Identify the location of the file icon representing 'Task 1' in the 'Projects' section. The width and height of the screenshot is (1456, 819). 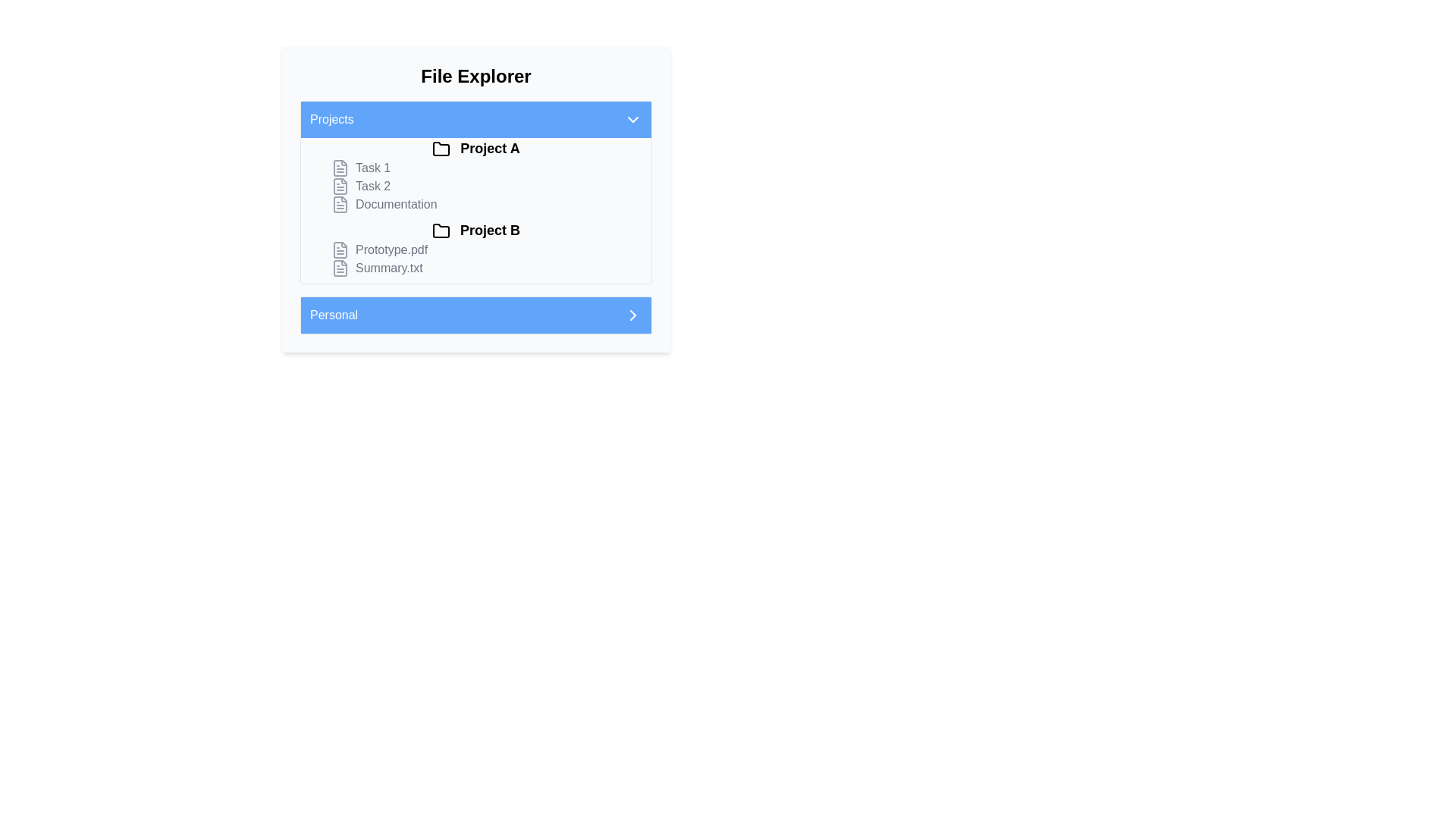
(340, 168).